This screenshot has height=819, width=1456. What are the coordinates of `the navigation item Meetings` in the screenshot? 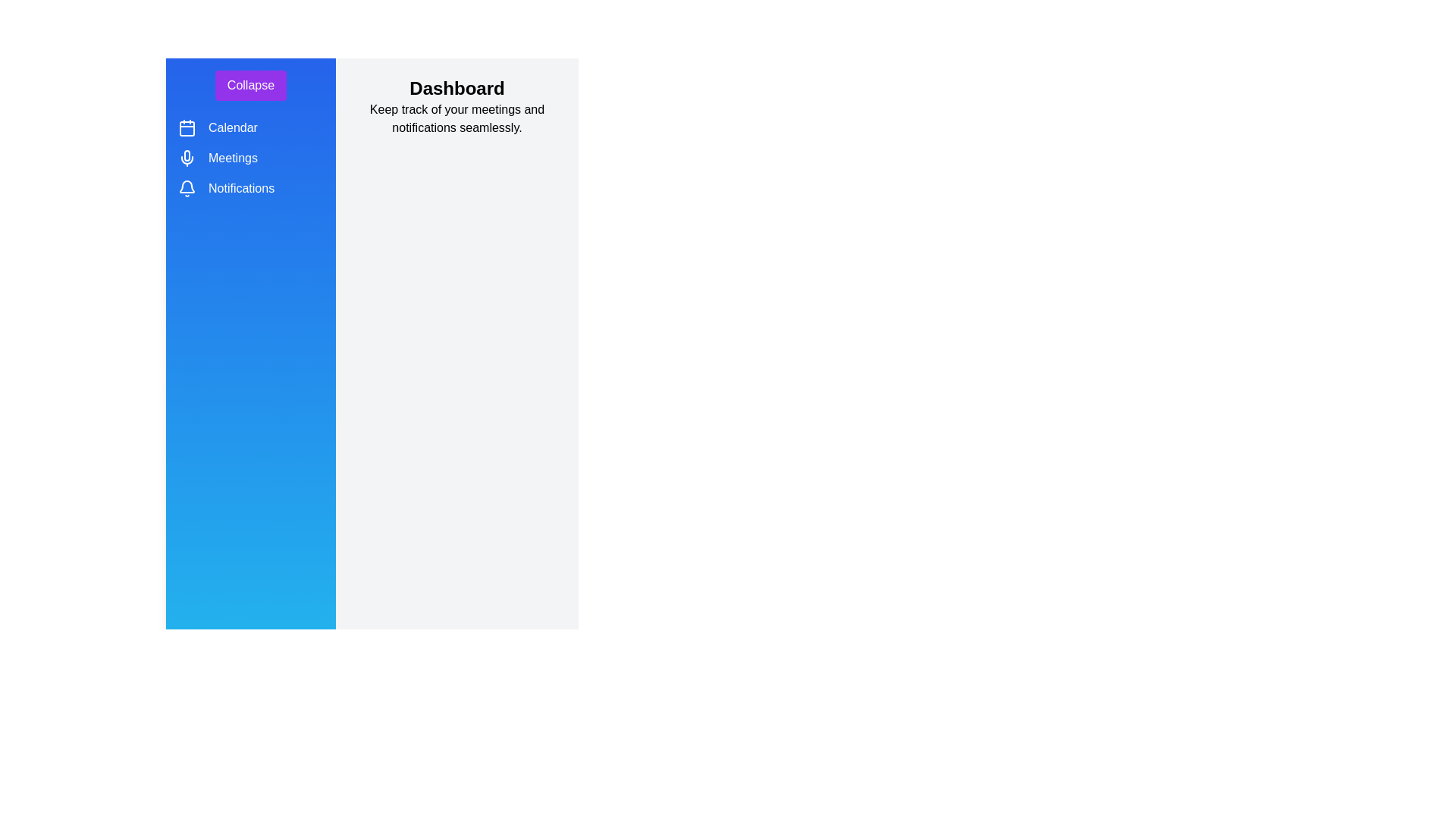 It's located at (186, 158).